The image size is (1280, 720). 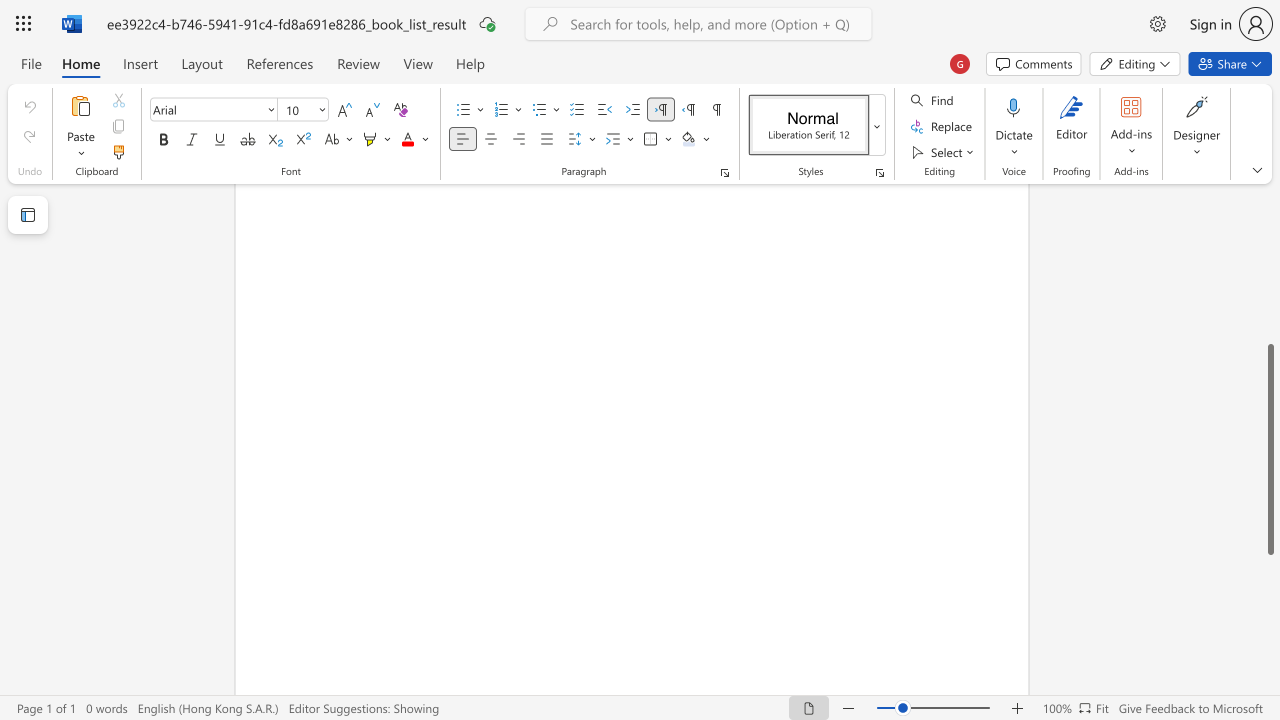 I want to click on the side scrollbar to bring the page up, so click(x=1269, y=310).